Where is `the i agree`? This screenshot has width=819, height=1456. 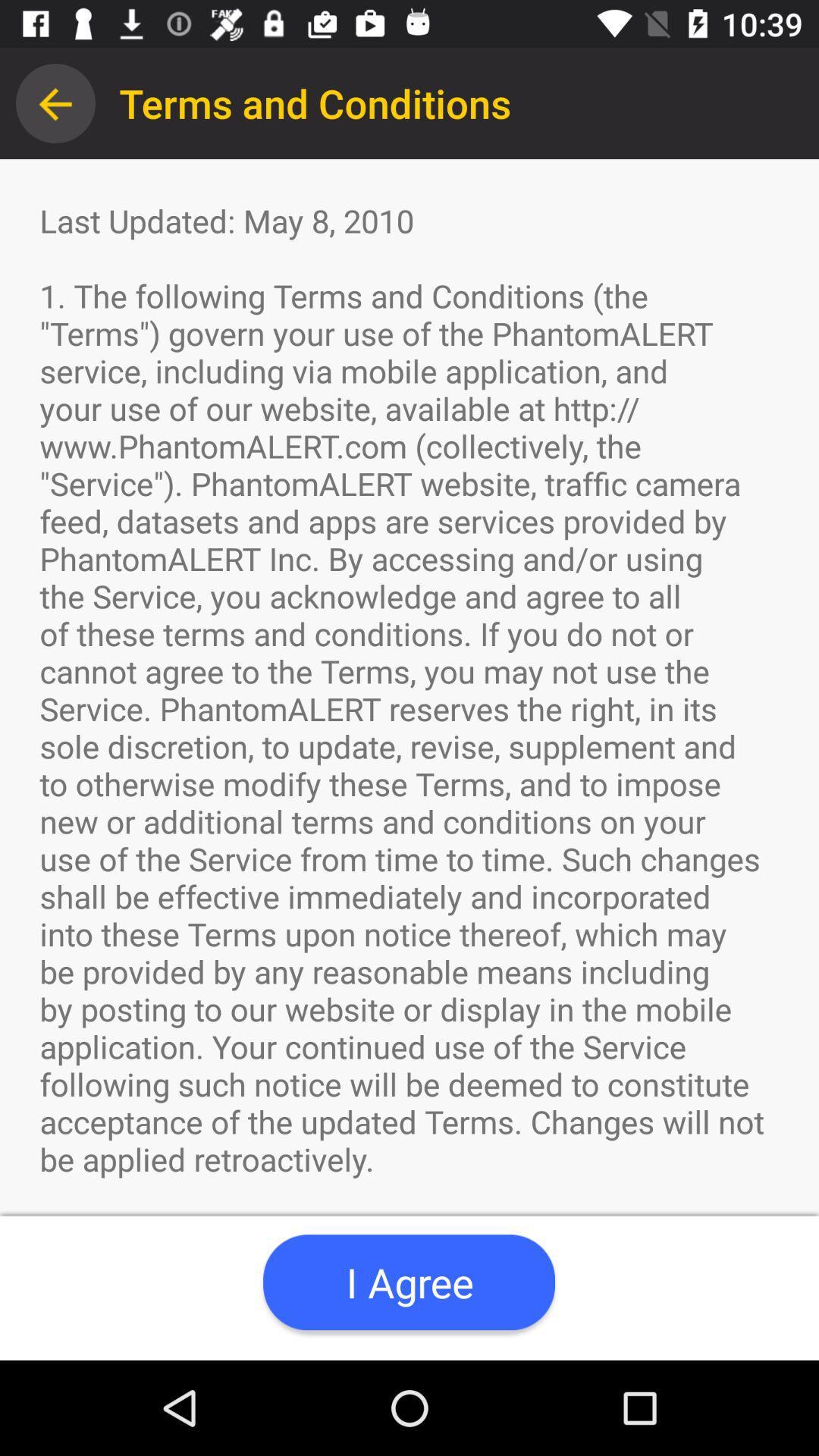
the i agree is located at coordinates (408, 1282).